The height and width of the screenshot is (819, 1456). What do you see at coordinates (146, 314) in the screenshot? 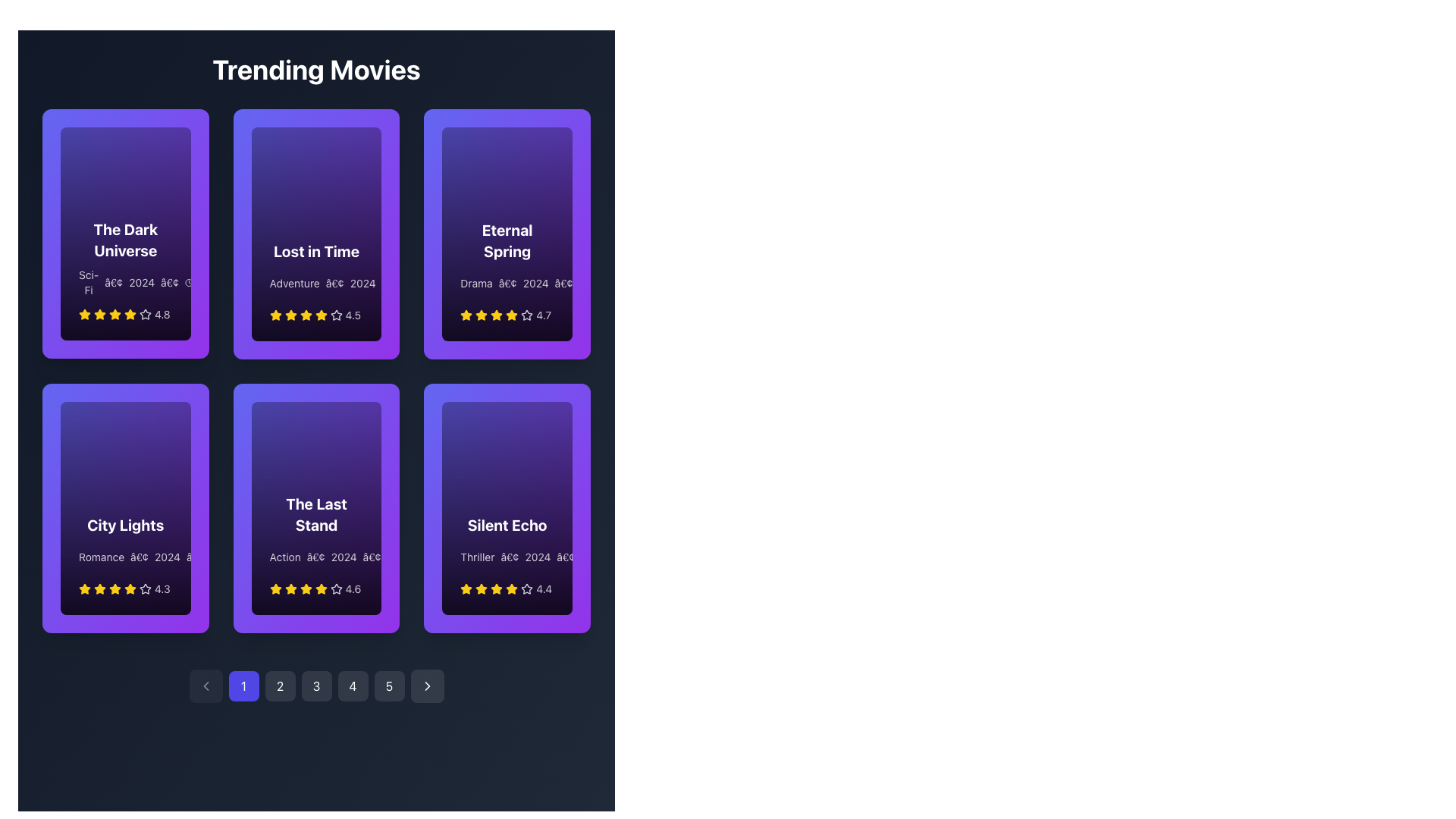
I see `the sixth star icon in the rating display of 'The Dark Universe' card located in the 'Trending Movies' section` at bounding box center [146, 314].